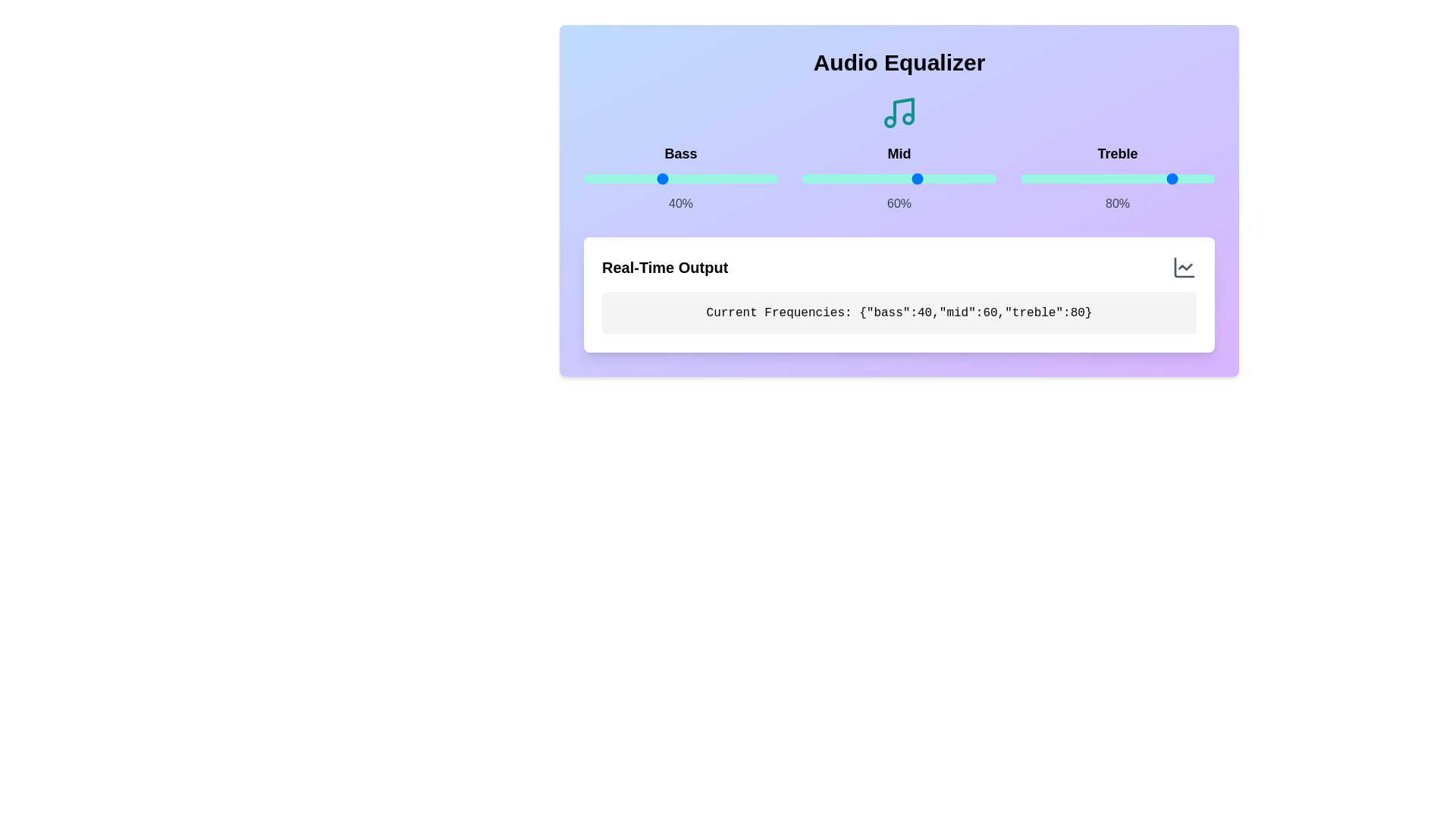  What do you see at coordinates (927, 177) in the screenshot?
I see `the mid-frequency level` at bounding box center [927, 177].